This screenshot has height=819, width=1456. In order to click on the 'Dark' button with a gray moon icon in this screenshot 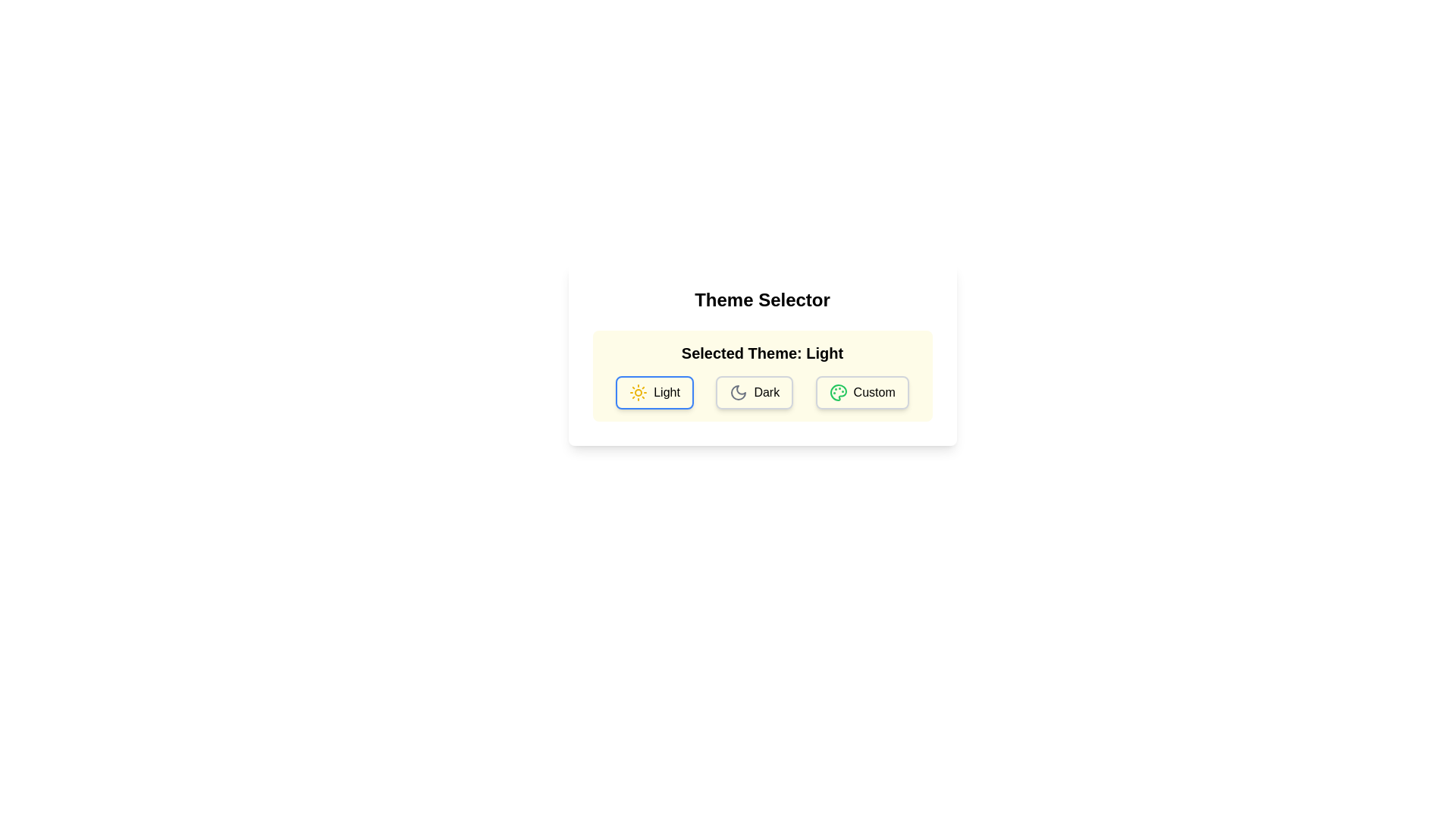, I will do `click(762, 391)`.